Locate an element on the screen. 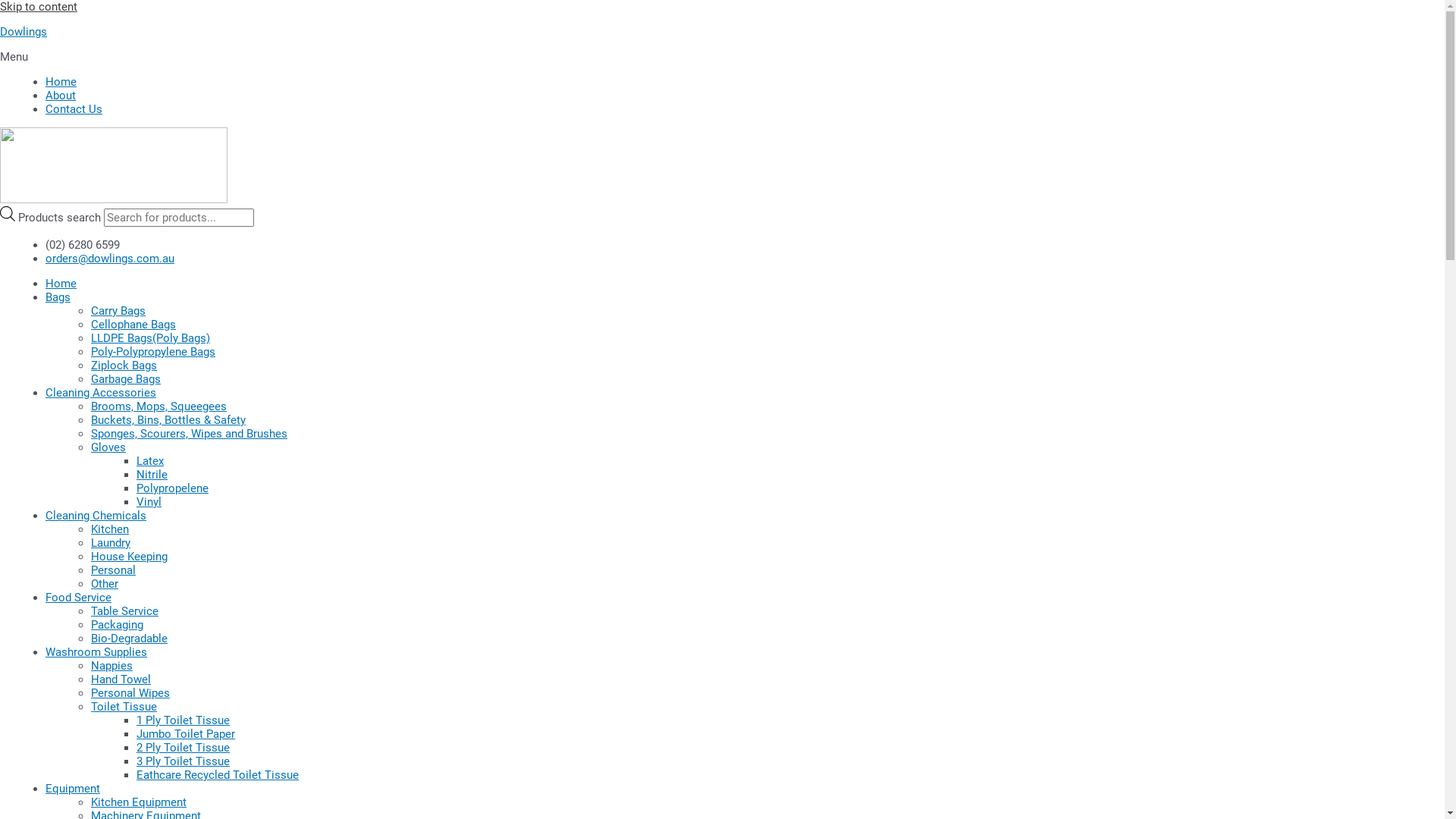 Image resolution: width=1456 pixels, height=819 pixels. 'Nitrile' is located at coordinates (152, 473).